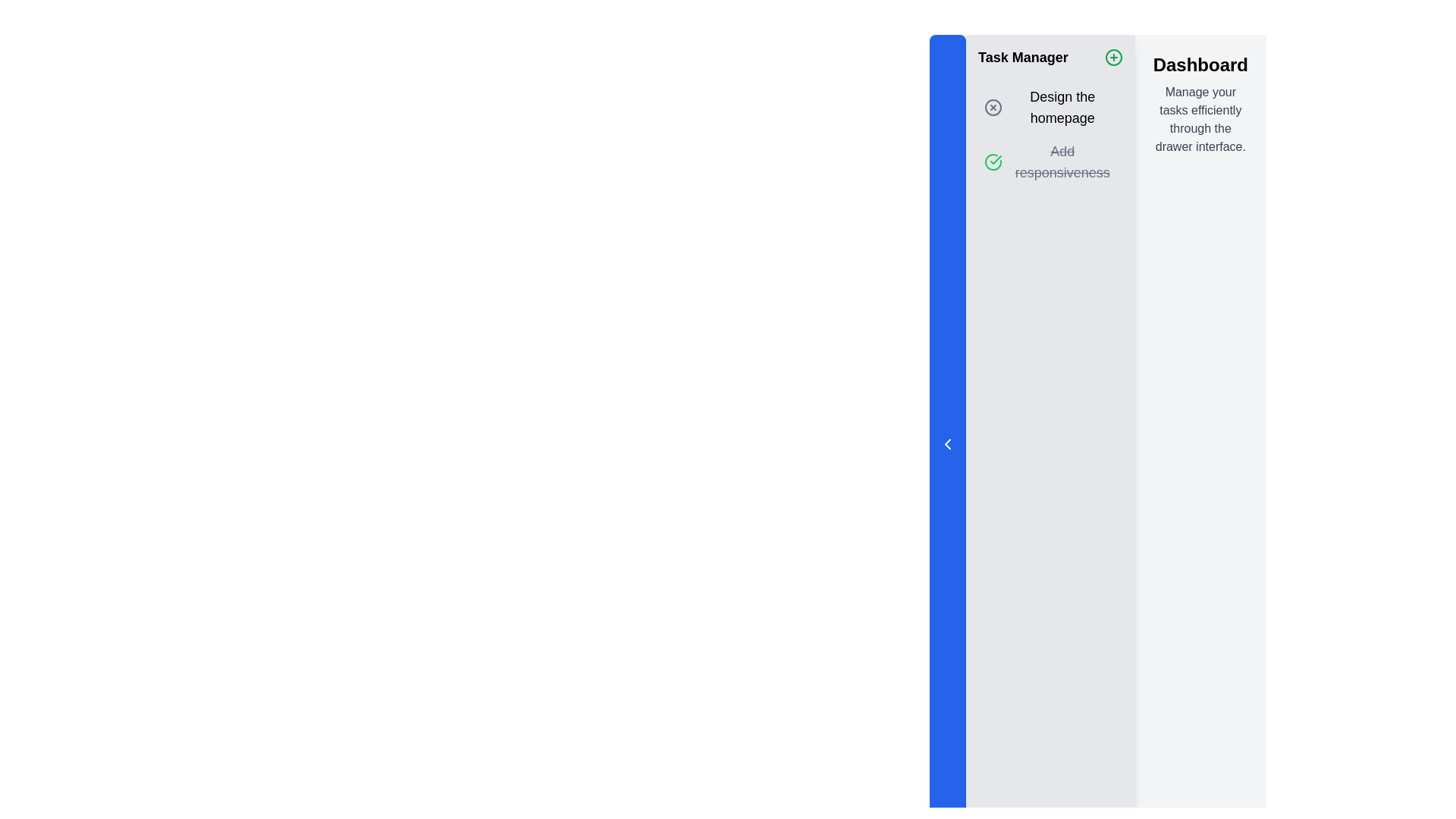 This screenshot has height=819, width=1456. I want to click on the task completion icon that signifies the successful completion of the 'Add responsiveness' task, located near the center of the side panel, below 'Design the homepage' and above 'Add responsiveness', so click(993, 162).